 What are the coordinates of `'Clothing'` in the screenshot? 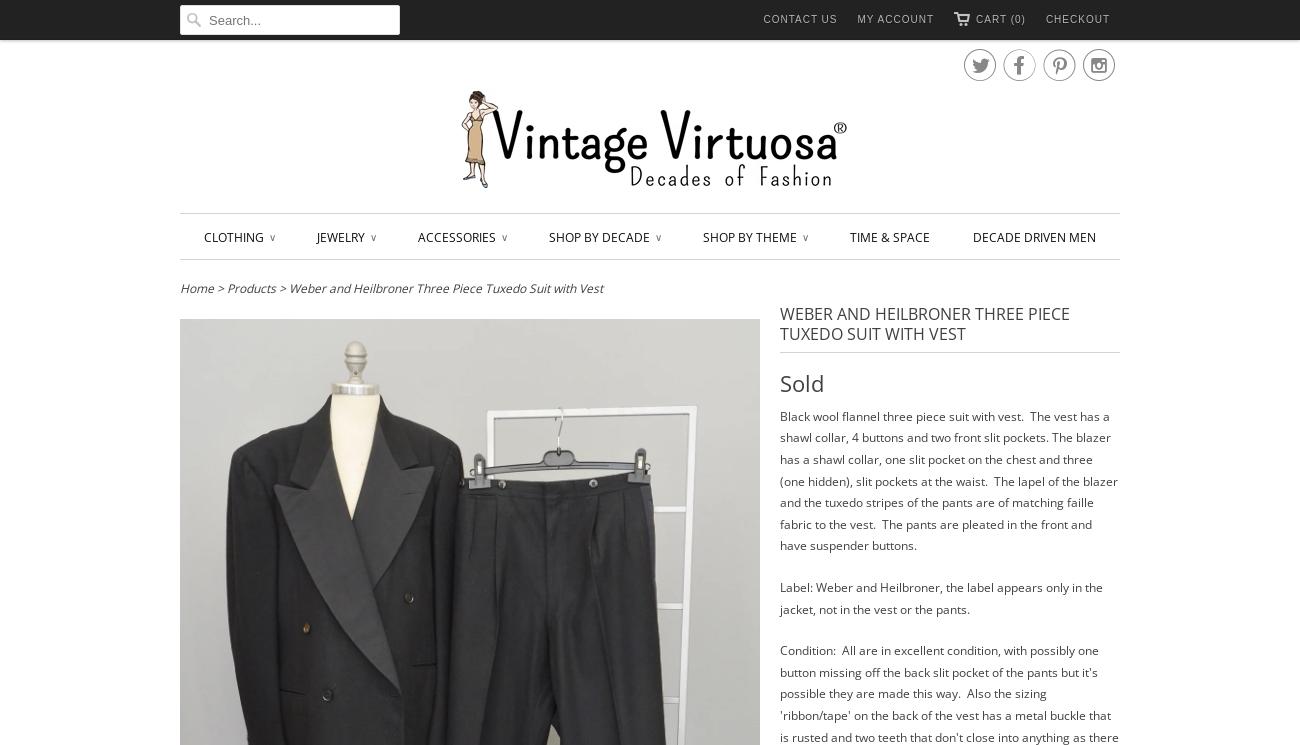 It's located at (234, 236).